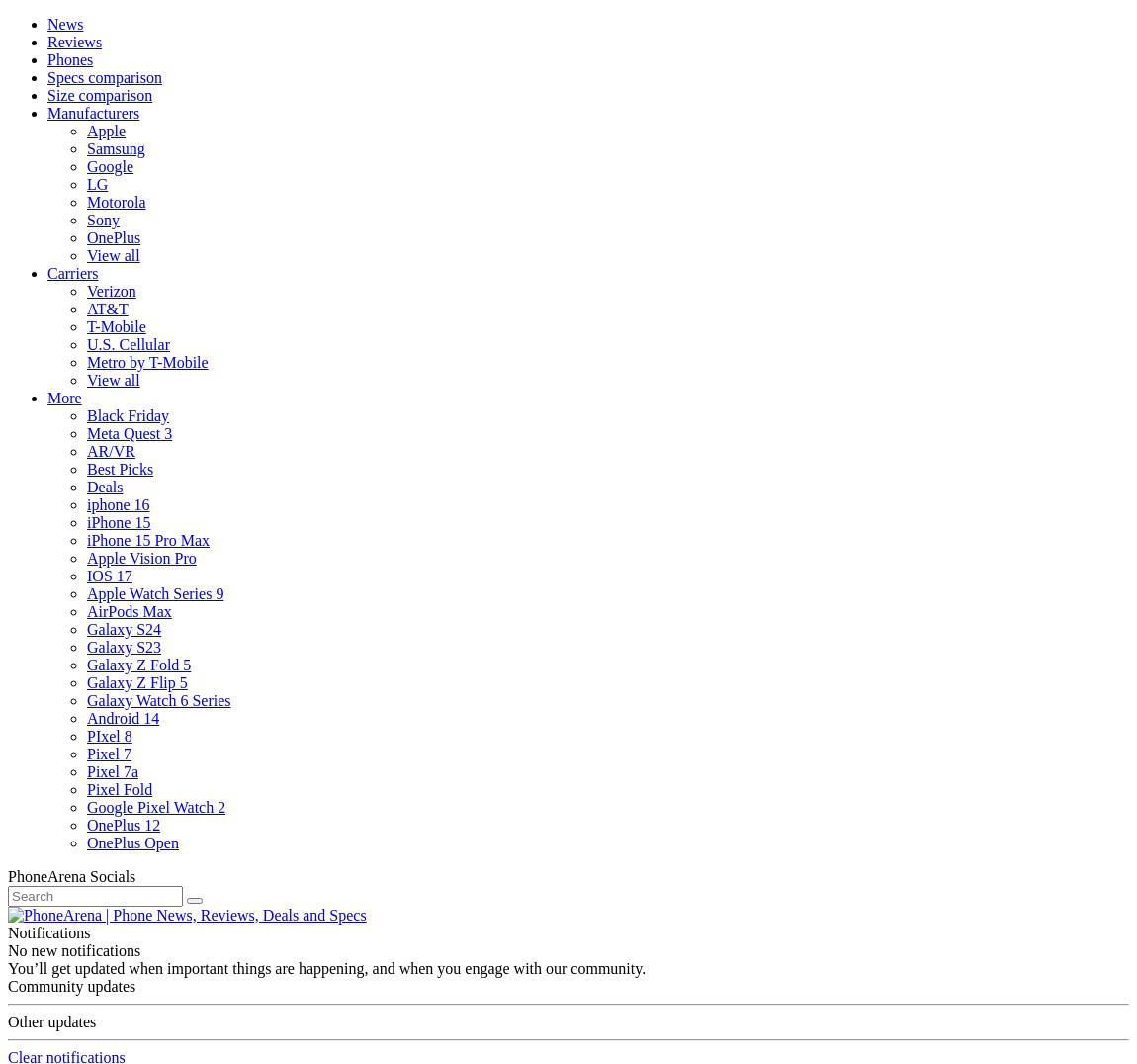  What do you see at coordinates (135, 682) in the screenshot?
I see `'Galaxy Z Flip 5'` at bounding box center [135, 682].